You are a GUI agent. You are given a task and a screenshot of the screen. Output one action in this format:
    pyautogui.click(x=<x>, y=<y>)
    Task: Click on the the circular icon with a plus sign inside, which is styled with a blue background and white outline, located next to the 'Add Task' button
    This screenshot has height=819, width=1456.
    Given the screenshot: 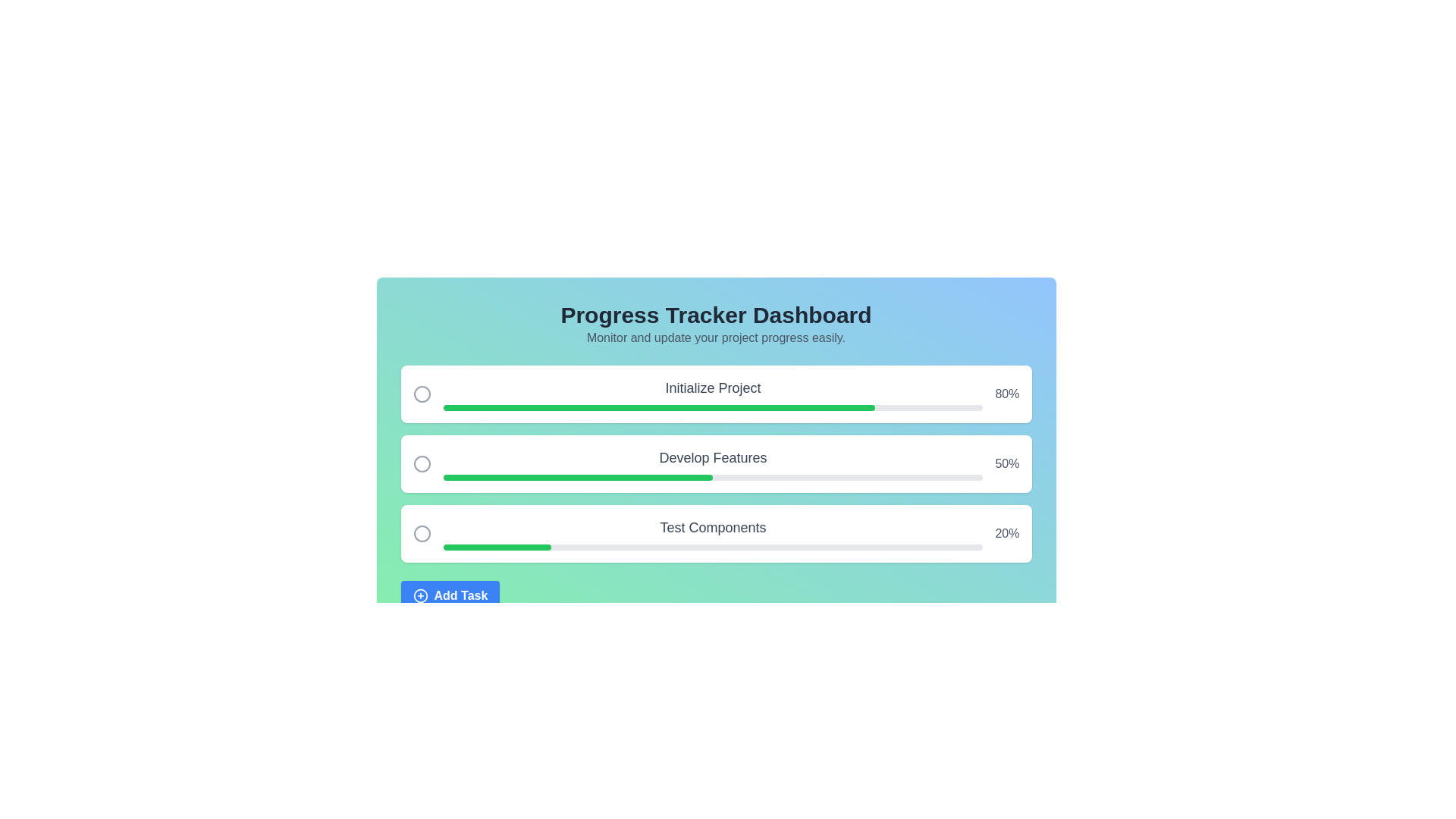 What is the action you would take?
    pyautogui.click(x=420, y=595)
    